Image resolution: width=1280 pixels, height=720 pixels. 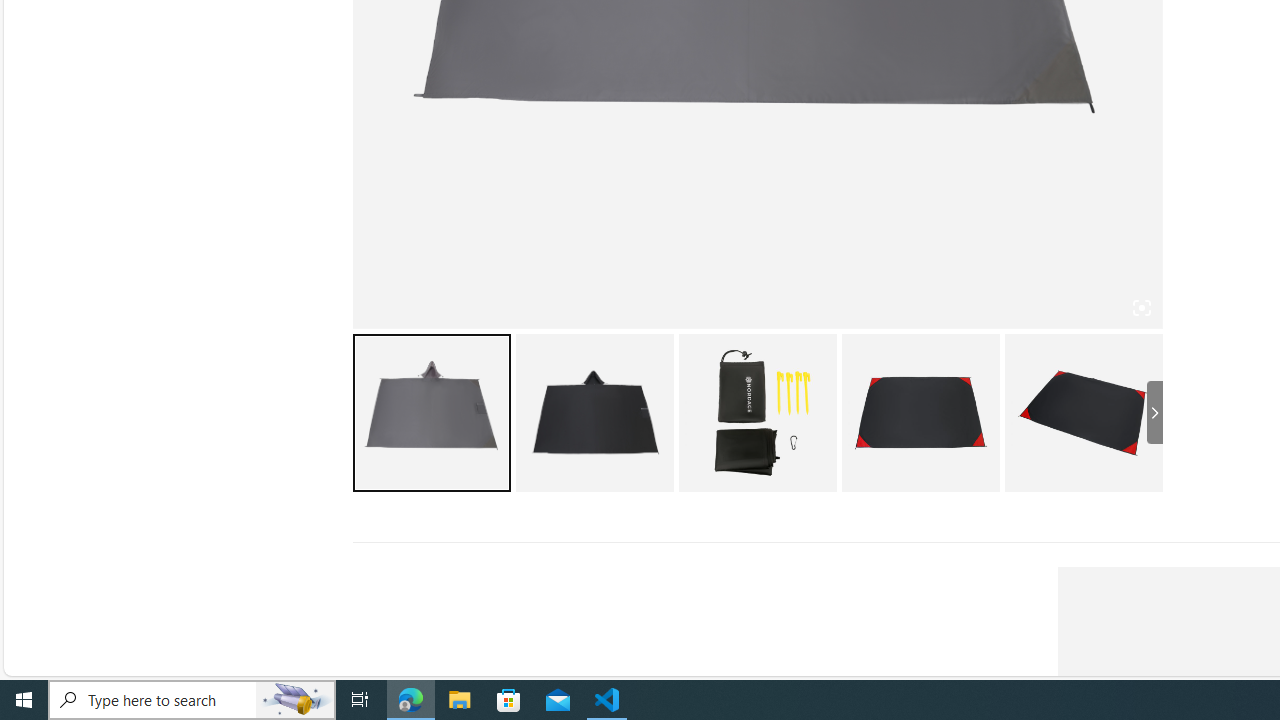 I want to click on 'Class: iconic-woothumbs-fullscreen', so click(x=1141, y=307).